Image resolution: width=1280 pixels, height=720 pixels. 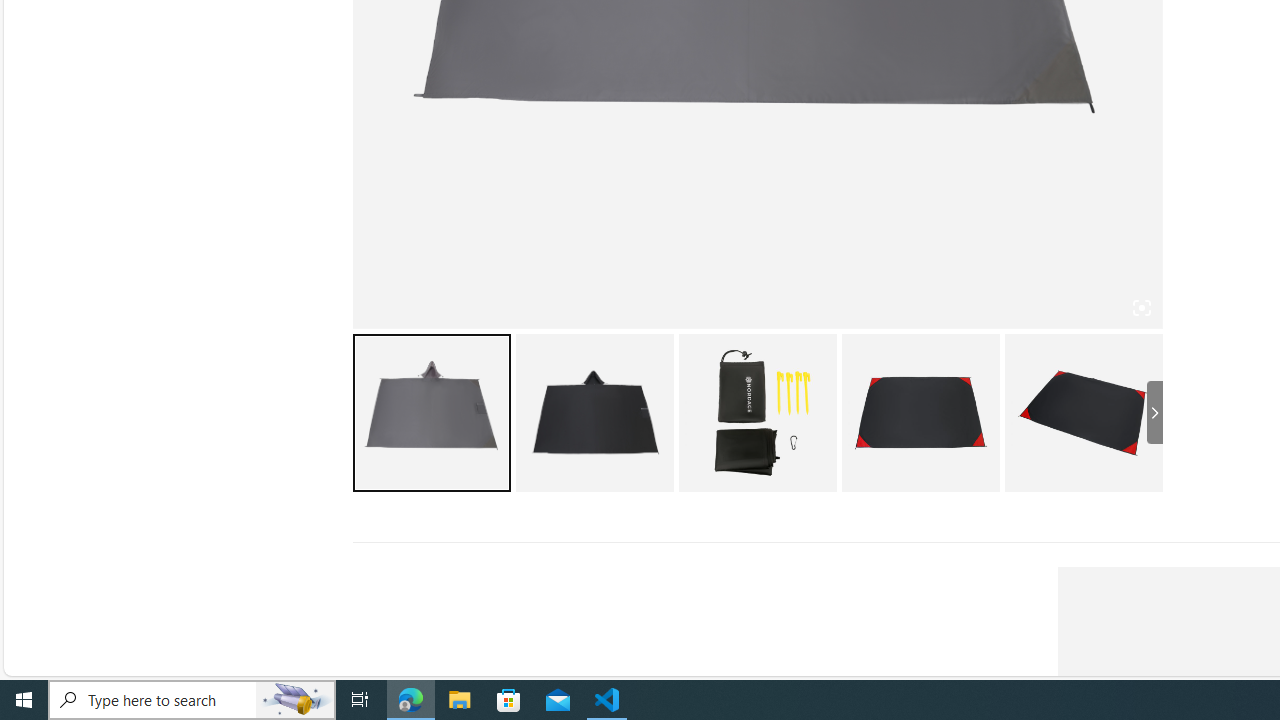 I want to click on 'Class: iconic-woothumbs-fullscreen', so click(x=1141, y=307).